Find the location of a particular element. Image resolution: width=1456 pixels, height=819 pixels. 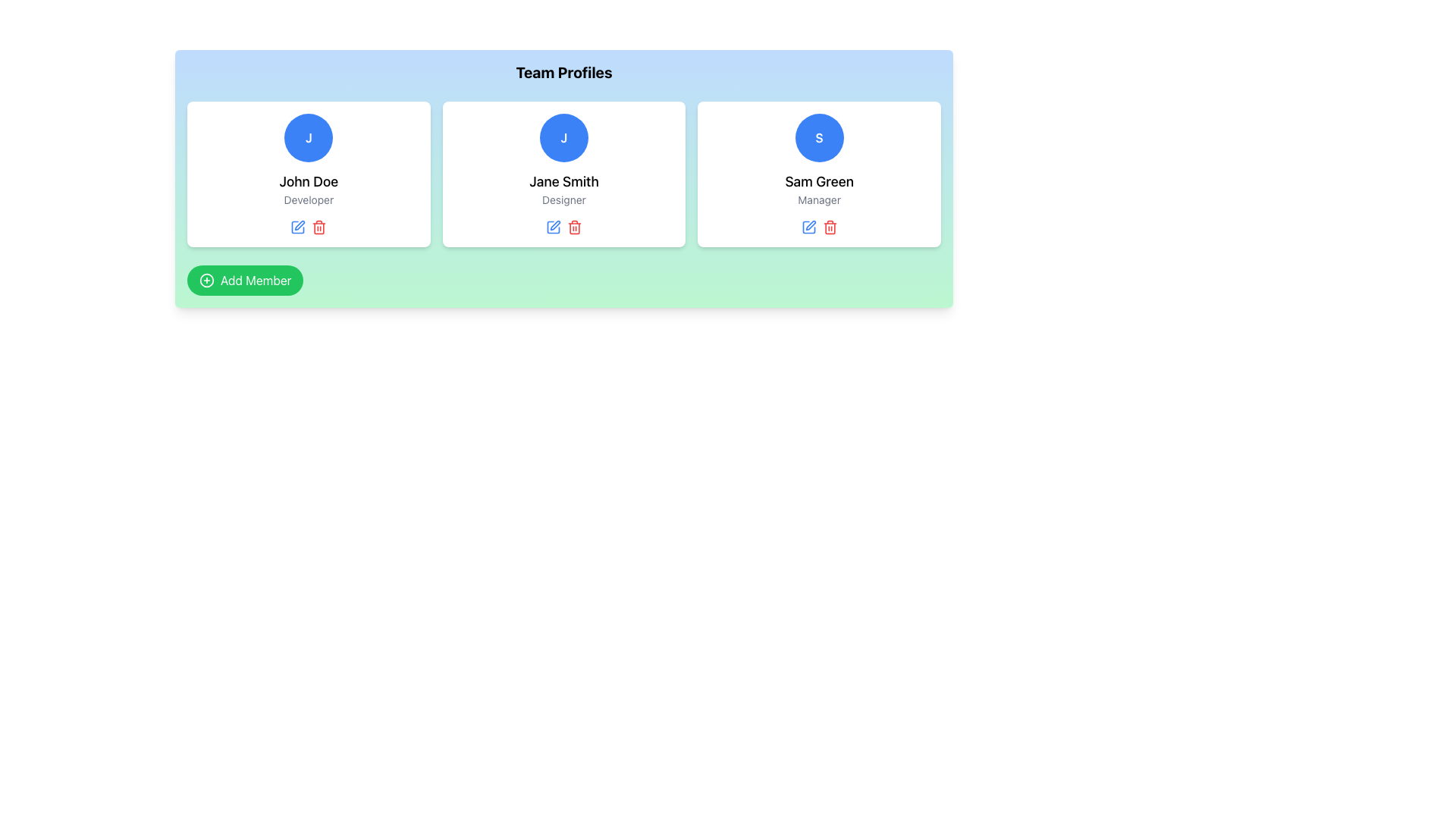

the edit icon button representing 'Jane Smith's profile' in the 'Team Profiles' section is located at coordinates (552, 227).